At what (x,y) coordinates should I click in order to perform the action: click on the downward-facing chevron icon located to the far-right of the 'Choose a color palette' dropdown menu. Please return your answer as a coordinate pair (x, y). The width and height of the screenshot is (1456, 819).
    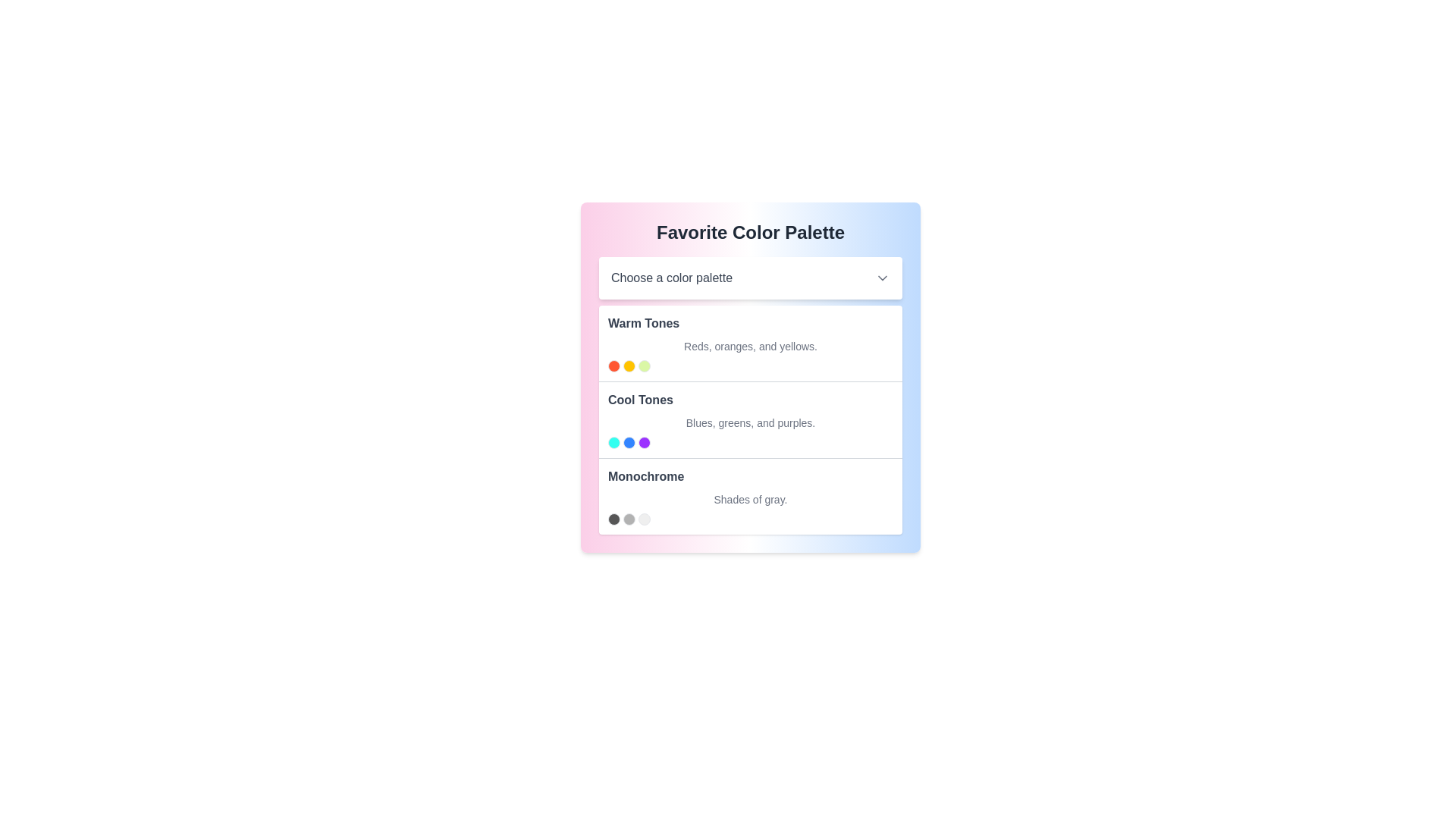
    Looking at the image, I should click on (882, 278).